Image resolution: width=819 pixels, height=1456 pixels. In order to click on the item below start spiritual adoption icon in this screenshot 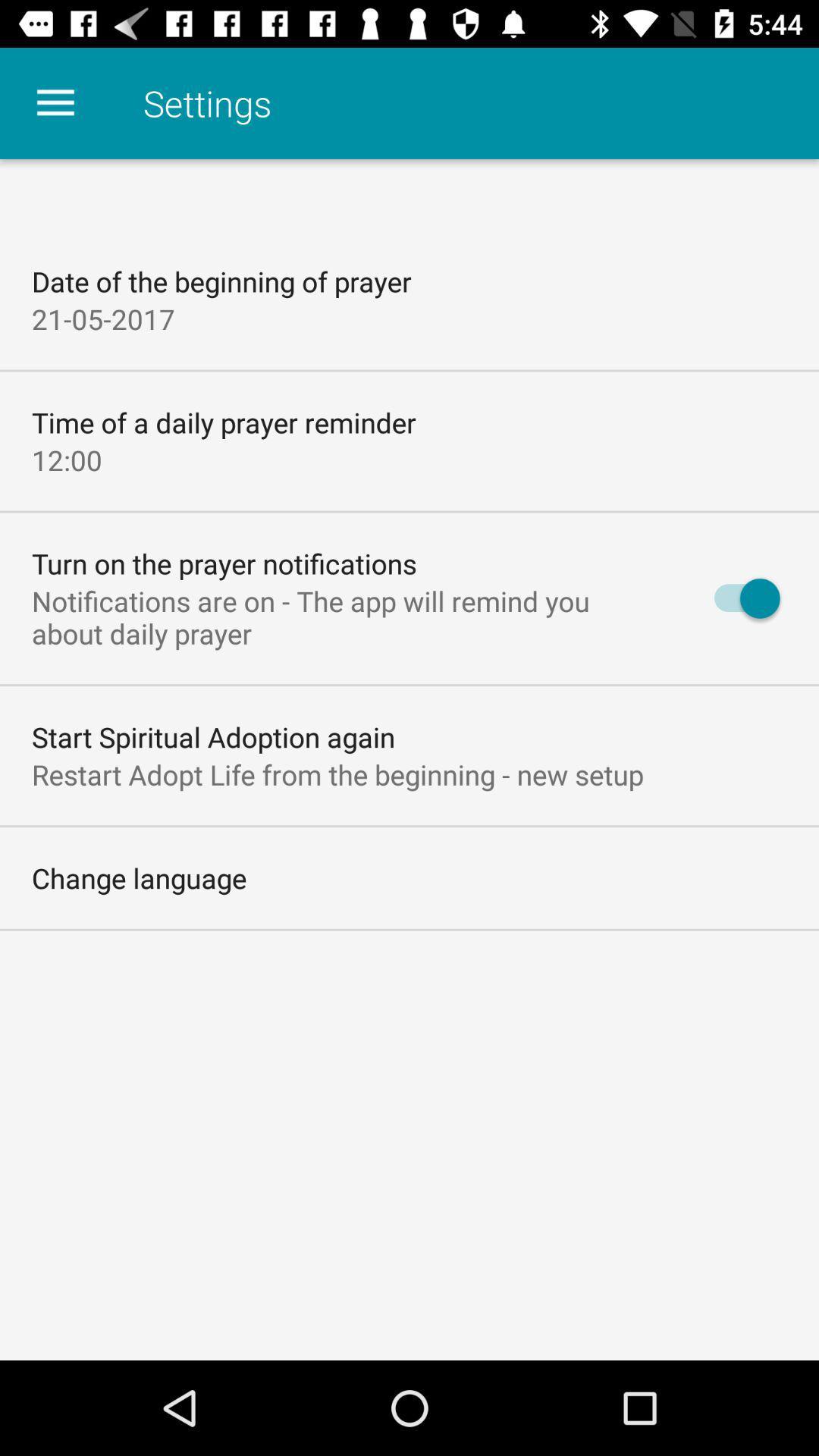, I will do `click(337, 774)`.